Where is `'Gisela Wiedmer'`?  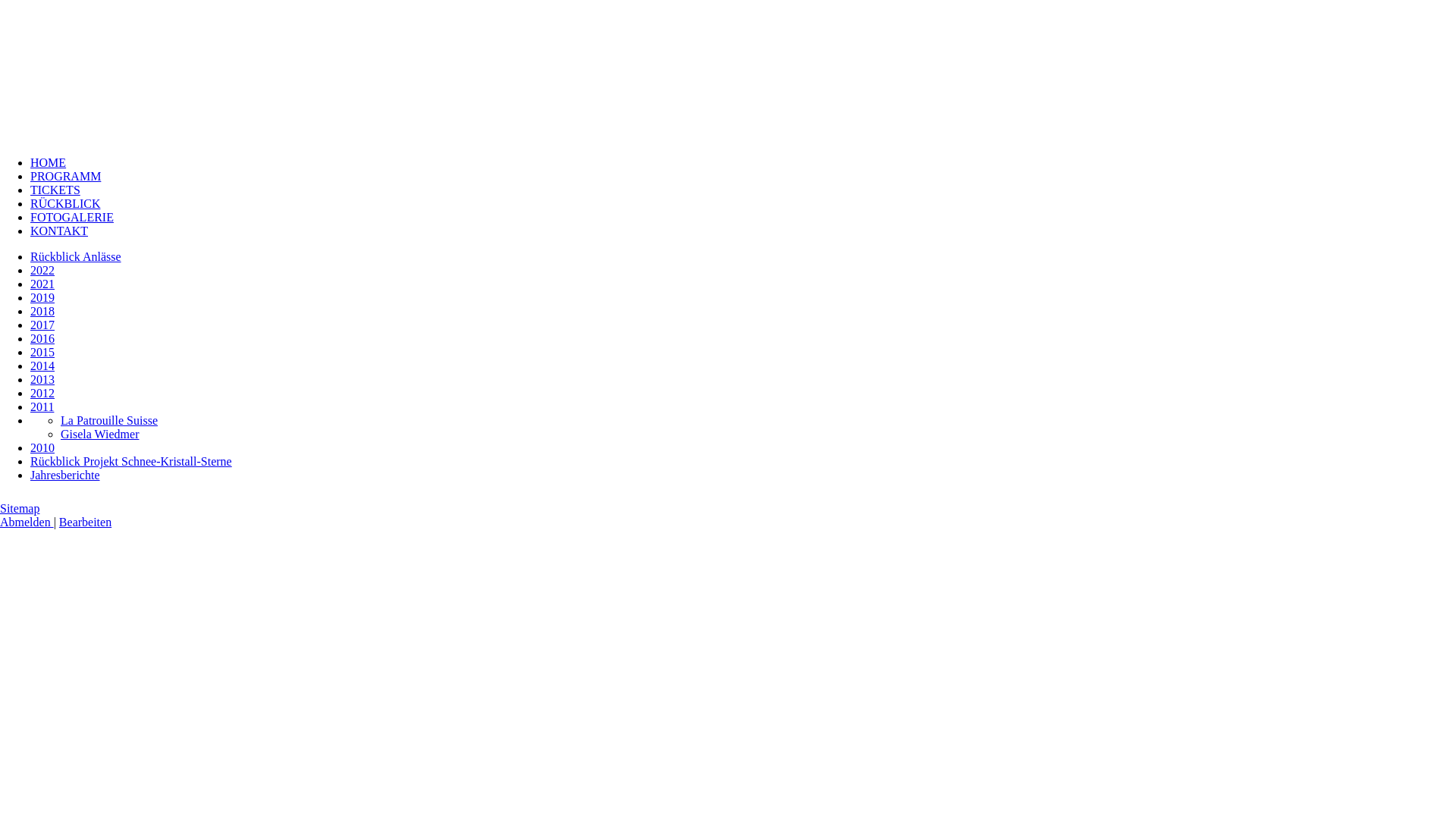 'Gisela Wiedmer' is located at coordinates (99, 434).